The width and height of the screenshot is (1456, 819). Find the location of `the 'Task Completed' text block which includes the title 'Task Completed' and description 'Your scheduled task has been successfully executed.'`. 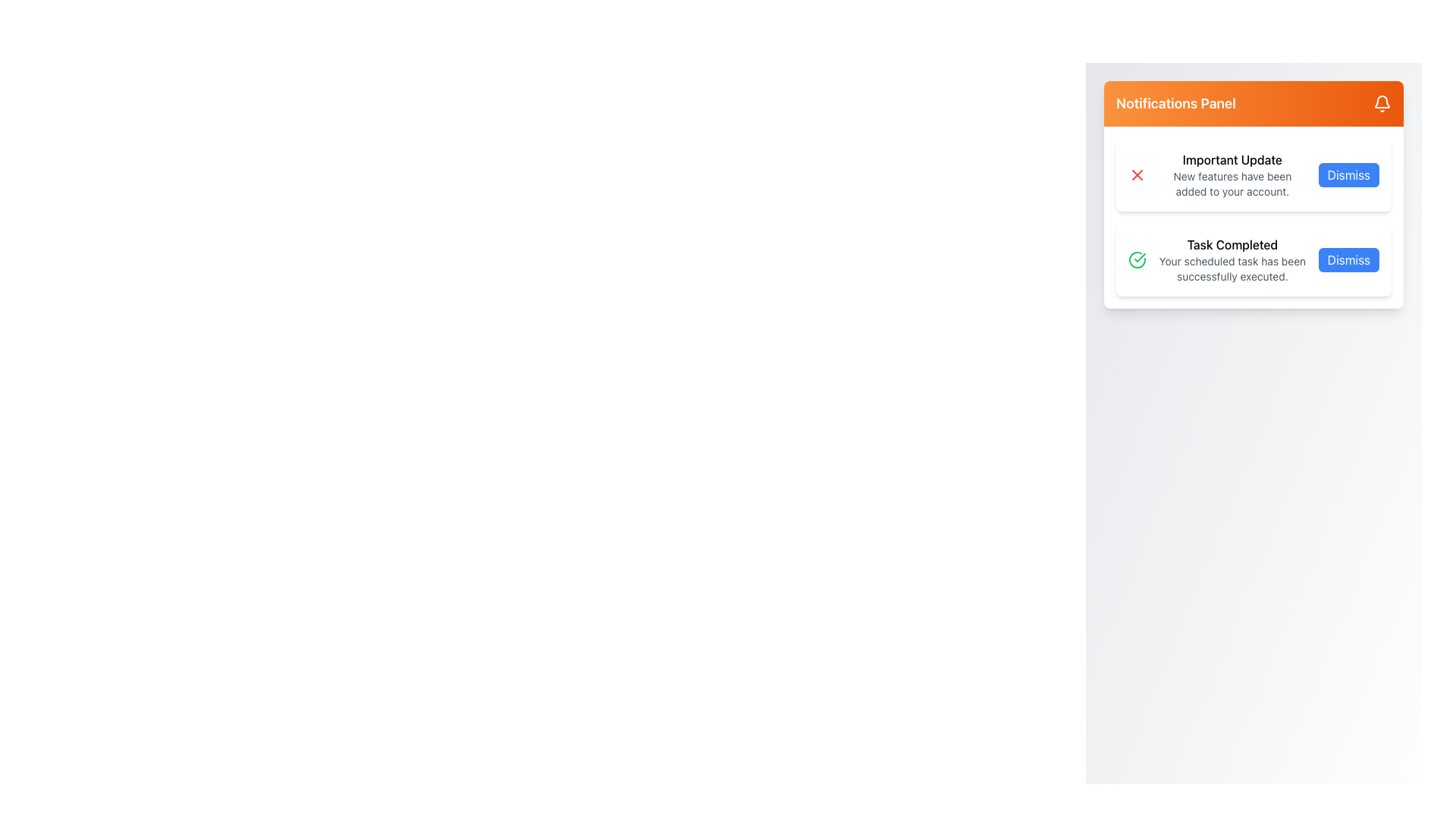

the 'Task Completed' text block which includes the title 'Task Completed' and description 'Your scheduled task has been successfully executed.' is located at coordinates (1232, 259).